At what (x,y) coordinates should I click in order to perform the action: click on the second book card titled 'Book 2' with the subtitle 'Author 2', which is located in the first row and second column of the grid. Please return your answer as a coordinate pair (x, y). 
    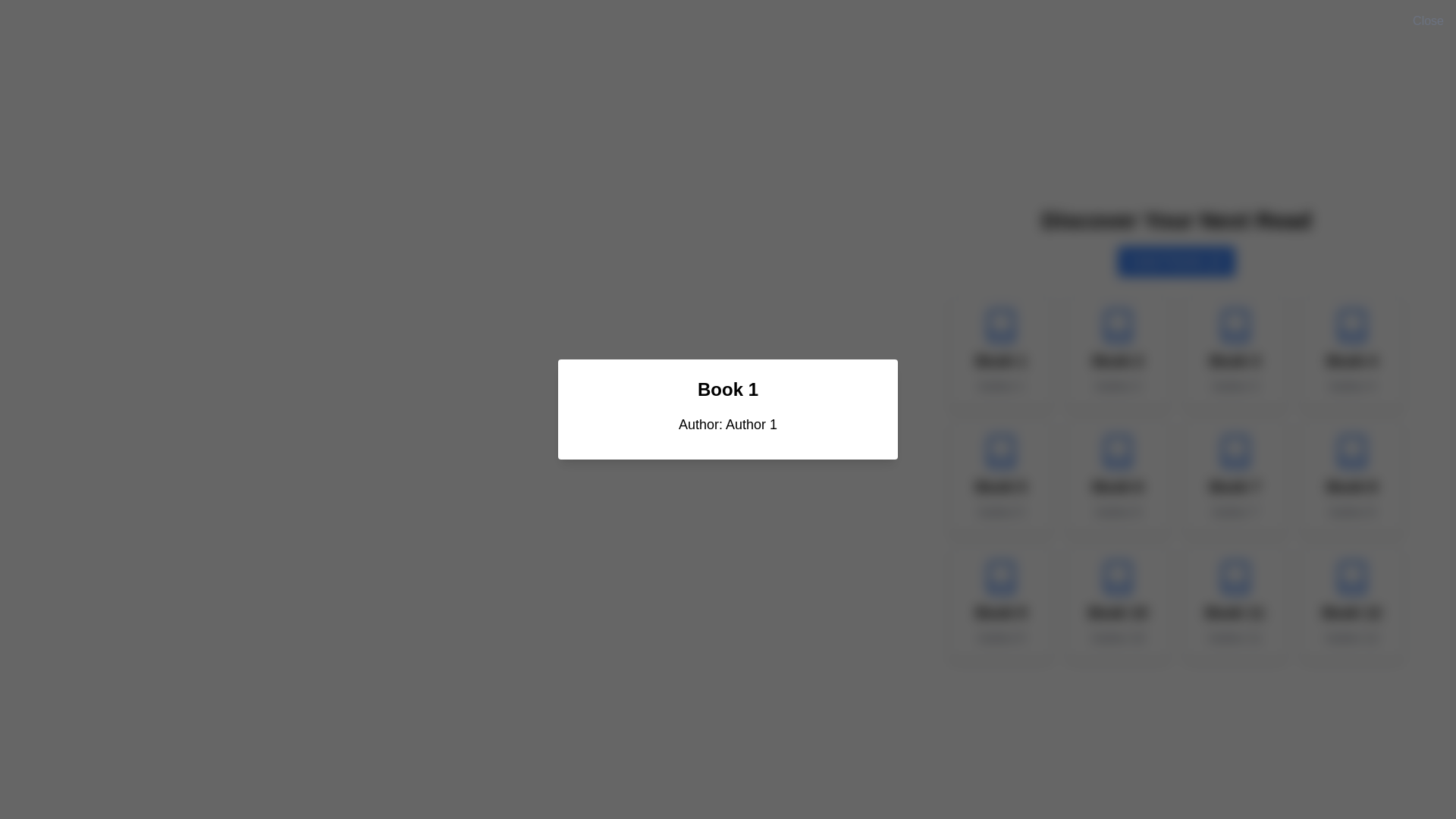
    Looking at the image, I should click on (1118, 351).